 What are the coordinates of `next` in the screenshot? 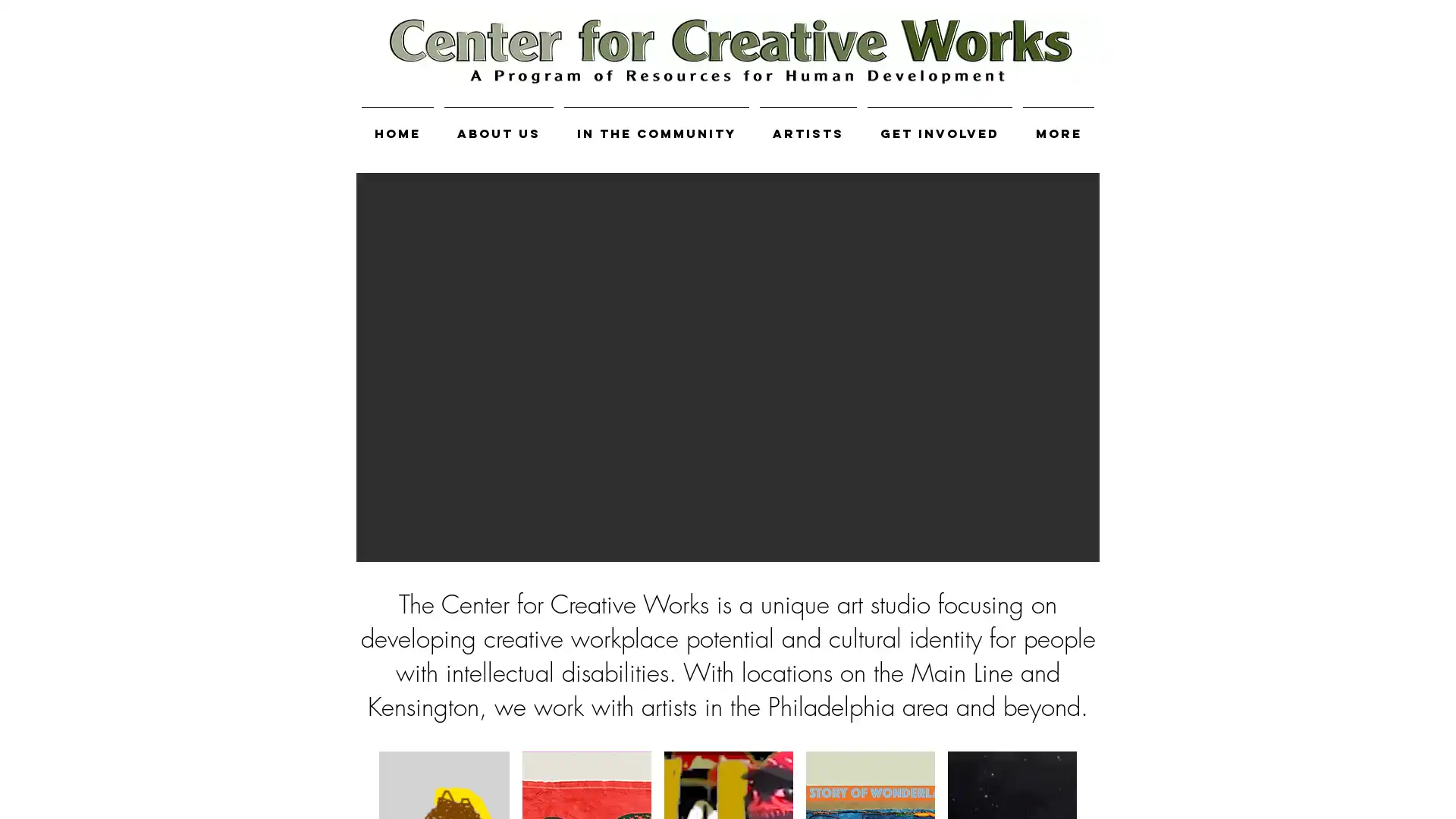 It's located at (1066, 366).